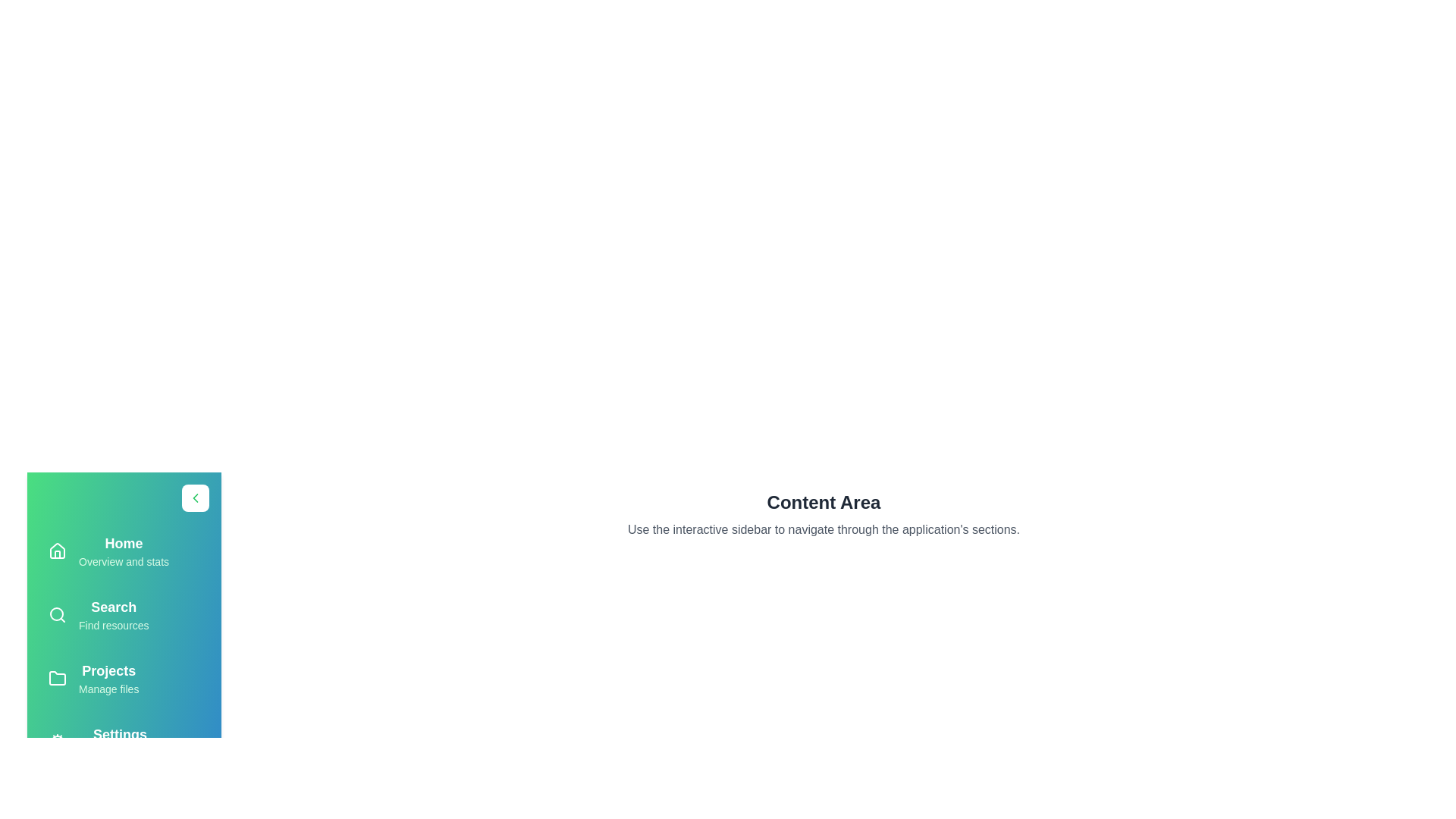  What do you see at coordinates (124, 677) in the screenshot?
I see `the menu item labeled Projects in the sidebar` at bounding box center [124, 677].